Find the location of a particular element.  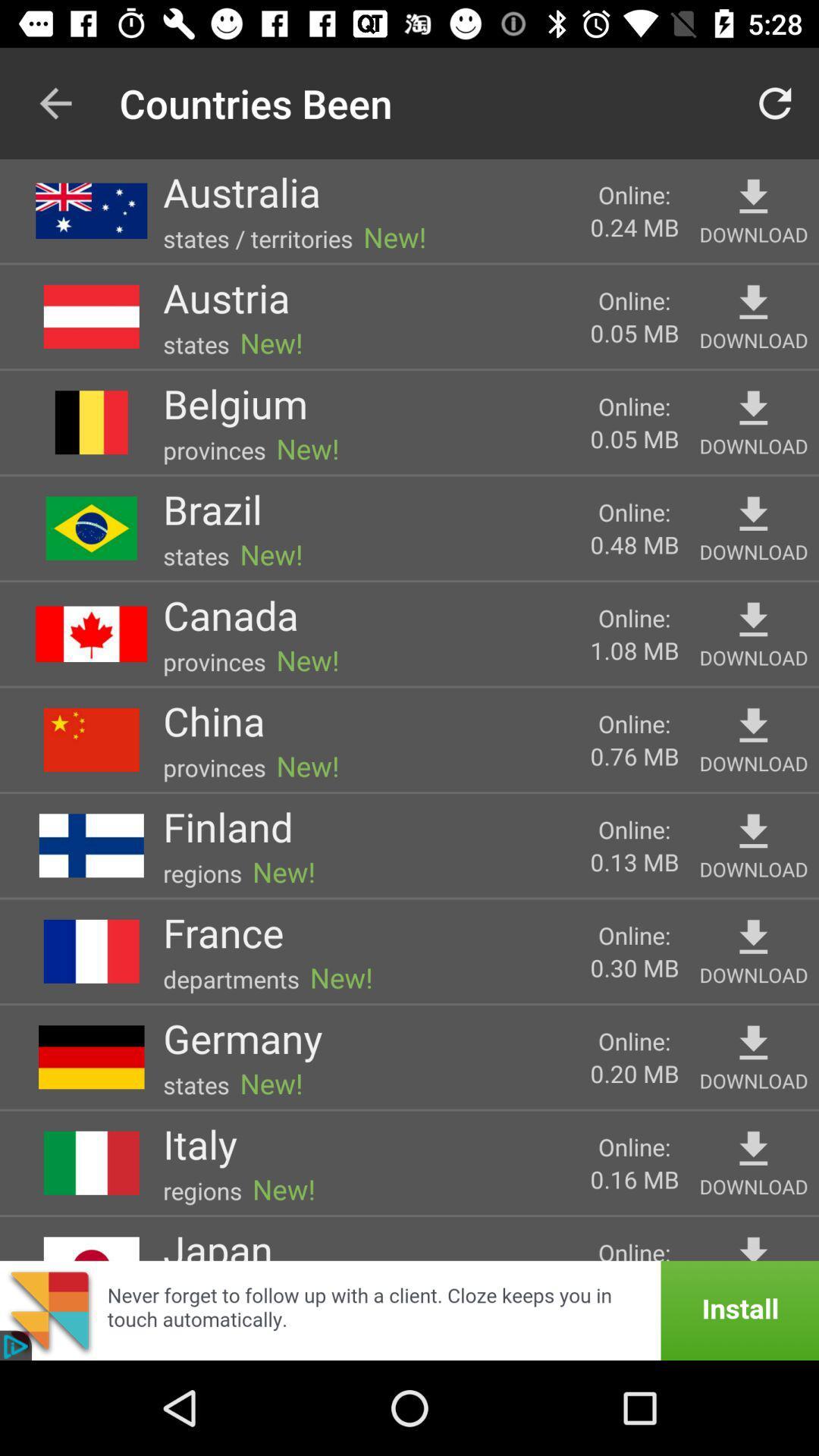

download option is located at coordinates (753, 196).